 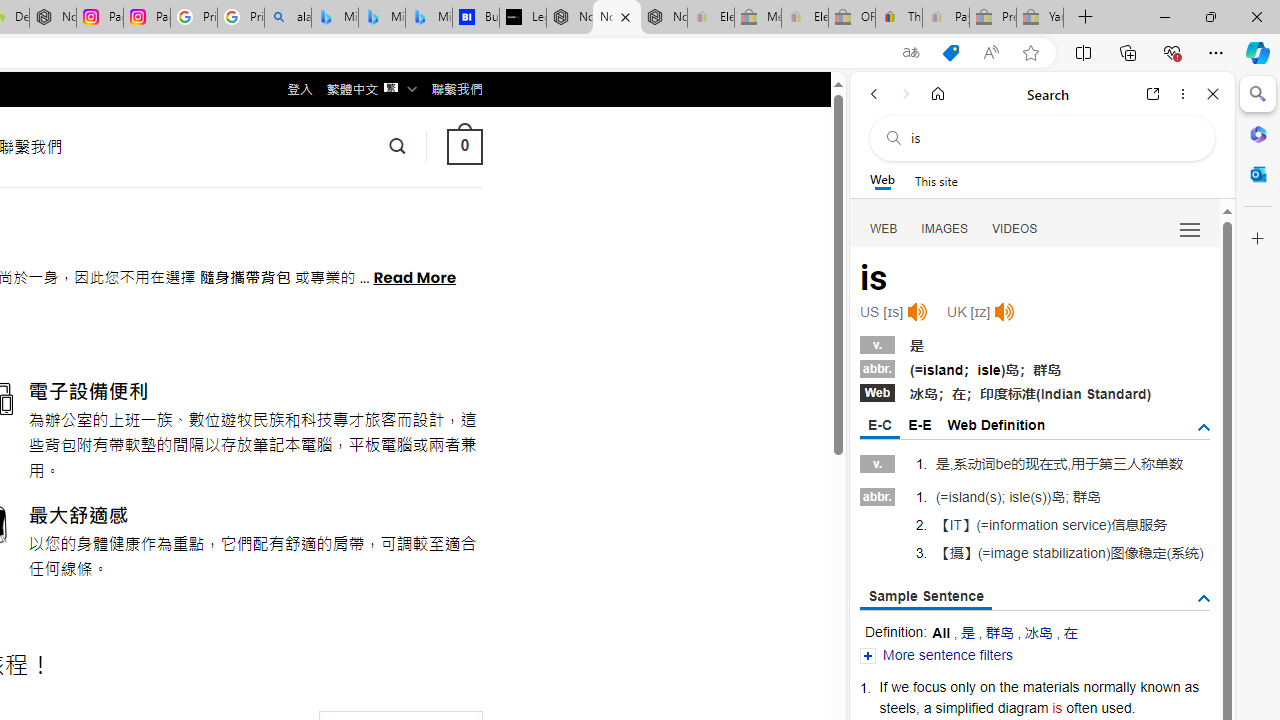 I want to click on 'Read More', so click(x=413, y=276).